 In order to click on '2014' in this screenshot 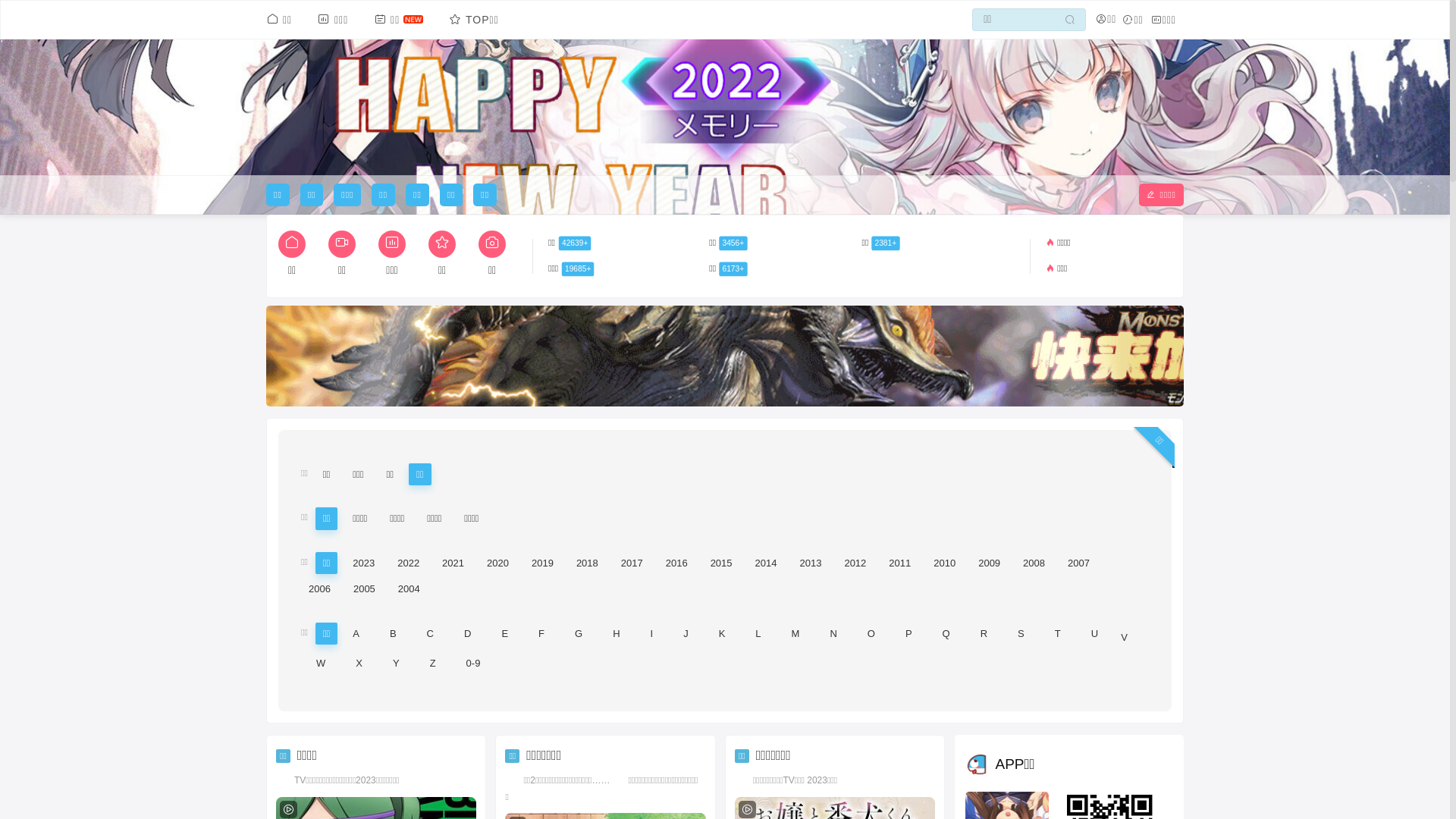, I will do `click(766, 563)`.